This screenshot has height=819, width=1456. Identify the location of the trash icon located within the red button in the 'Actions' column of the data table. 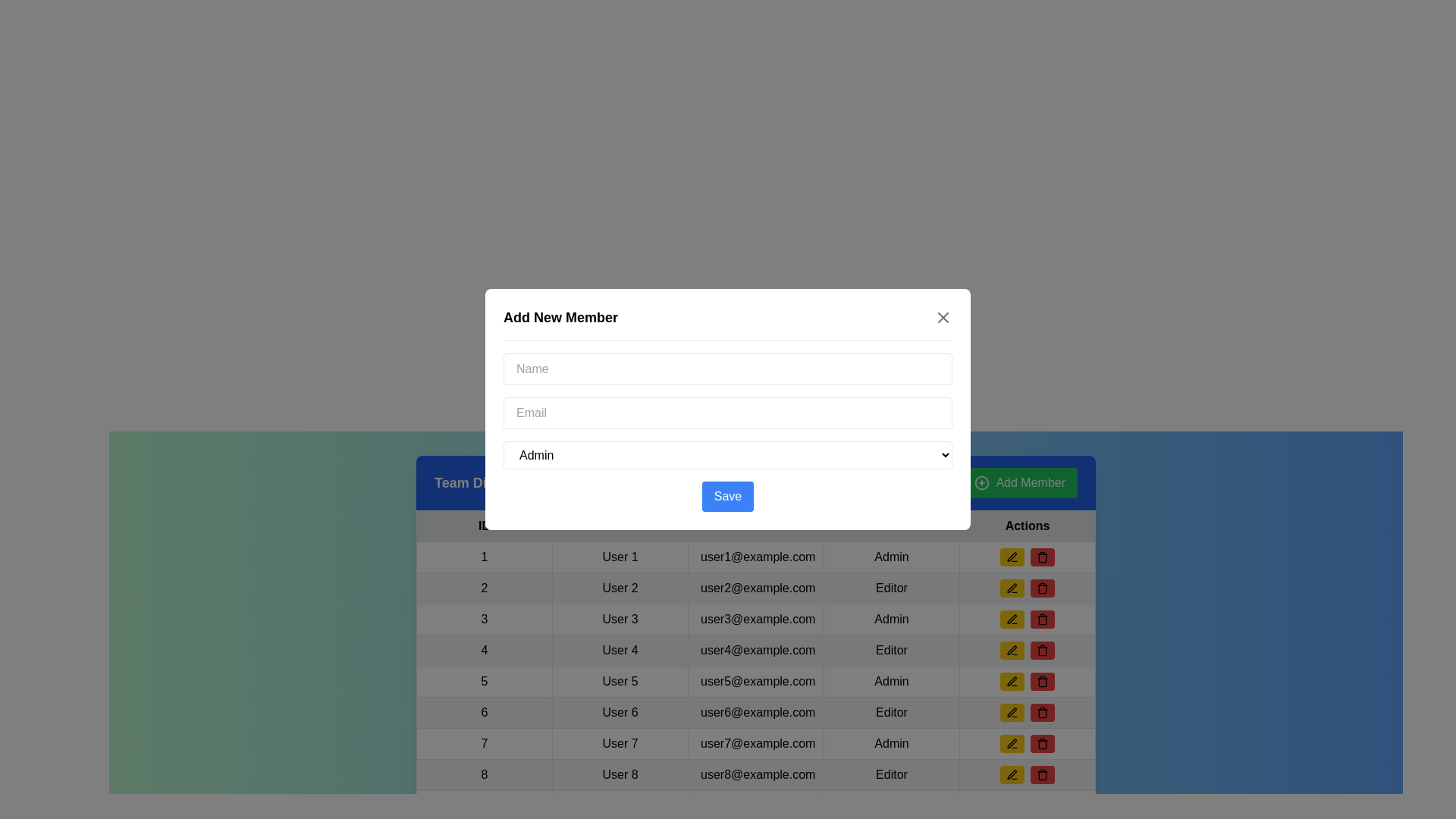
(1041, 557).